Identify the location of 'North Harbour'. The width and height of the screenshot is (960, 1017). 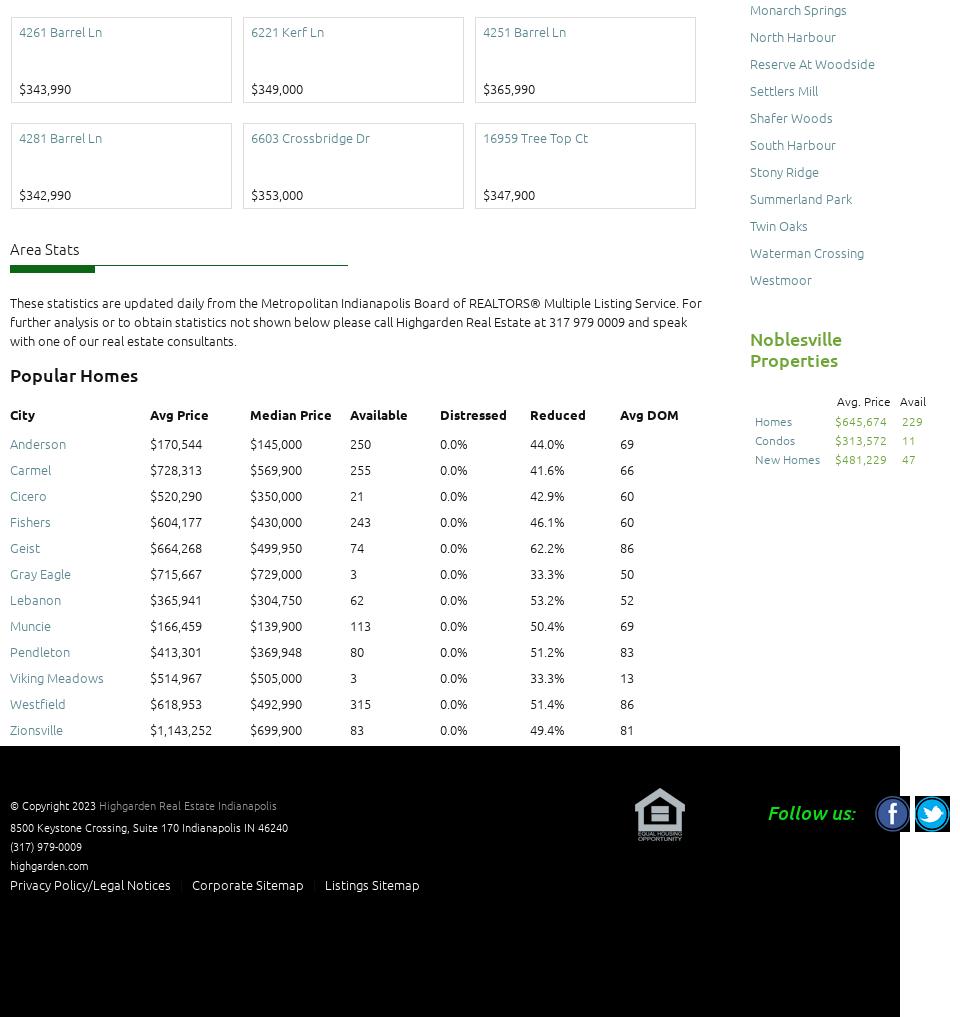
(748, 35).